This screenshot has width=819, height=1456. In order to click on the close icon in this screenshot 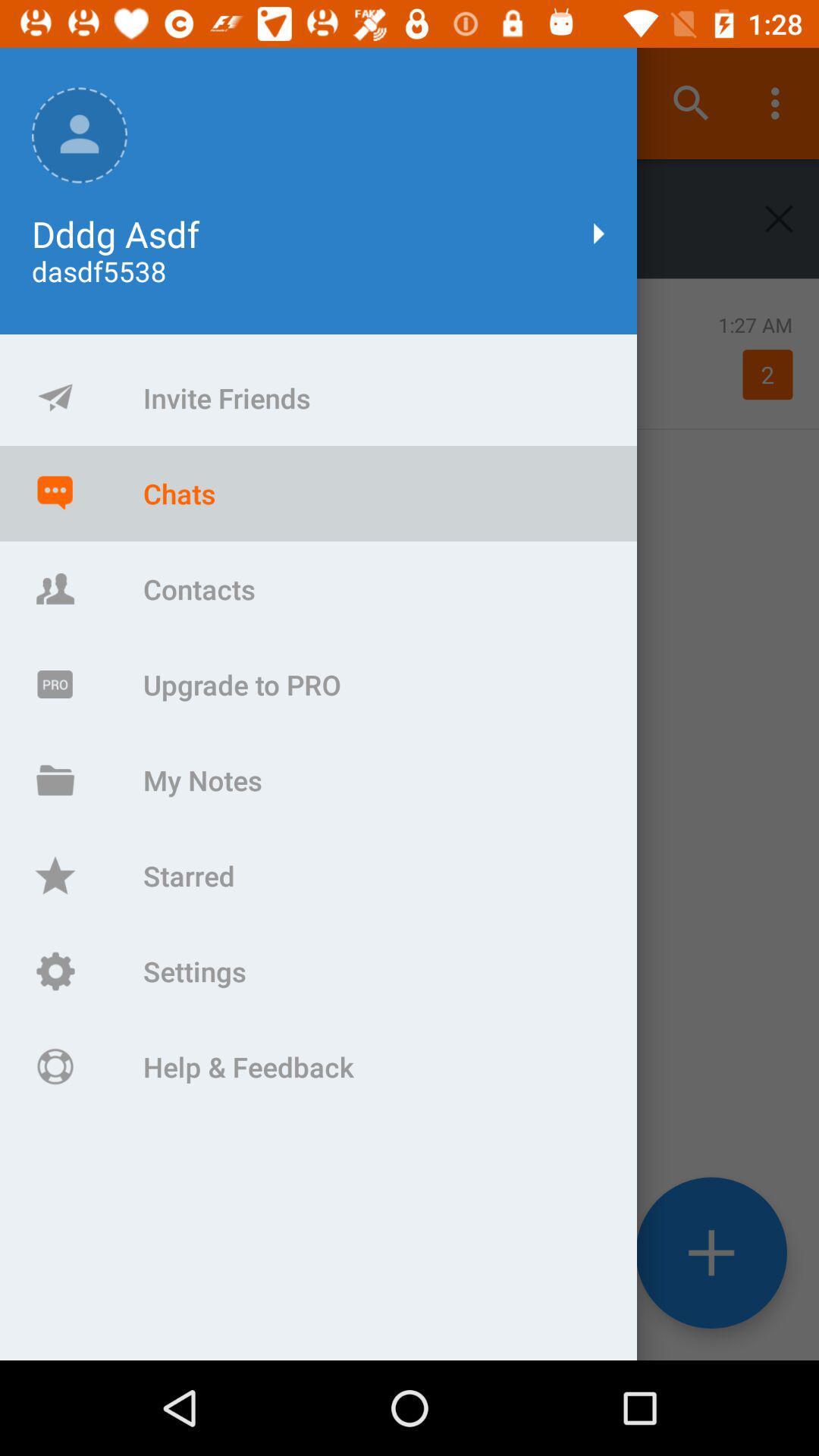, I will do `click(779, 218)`.